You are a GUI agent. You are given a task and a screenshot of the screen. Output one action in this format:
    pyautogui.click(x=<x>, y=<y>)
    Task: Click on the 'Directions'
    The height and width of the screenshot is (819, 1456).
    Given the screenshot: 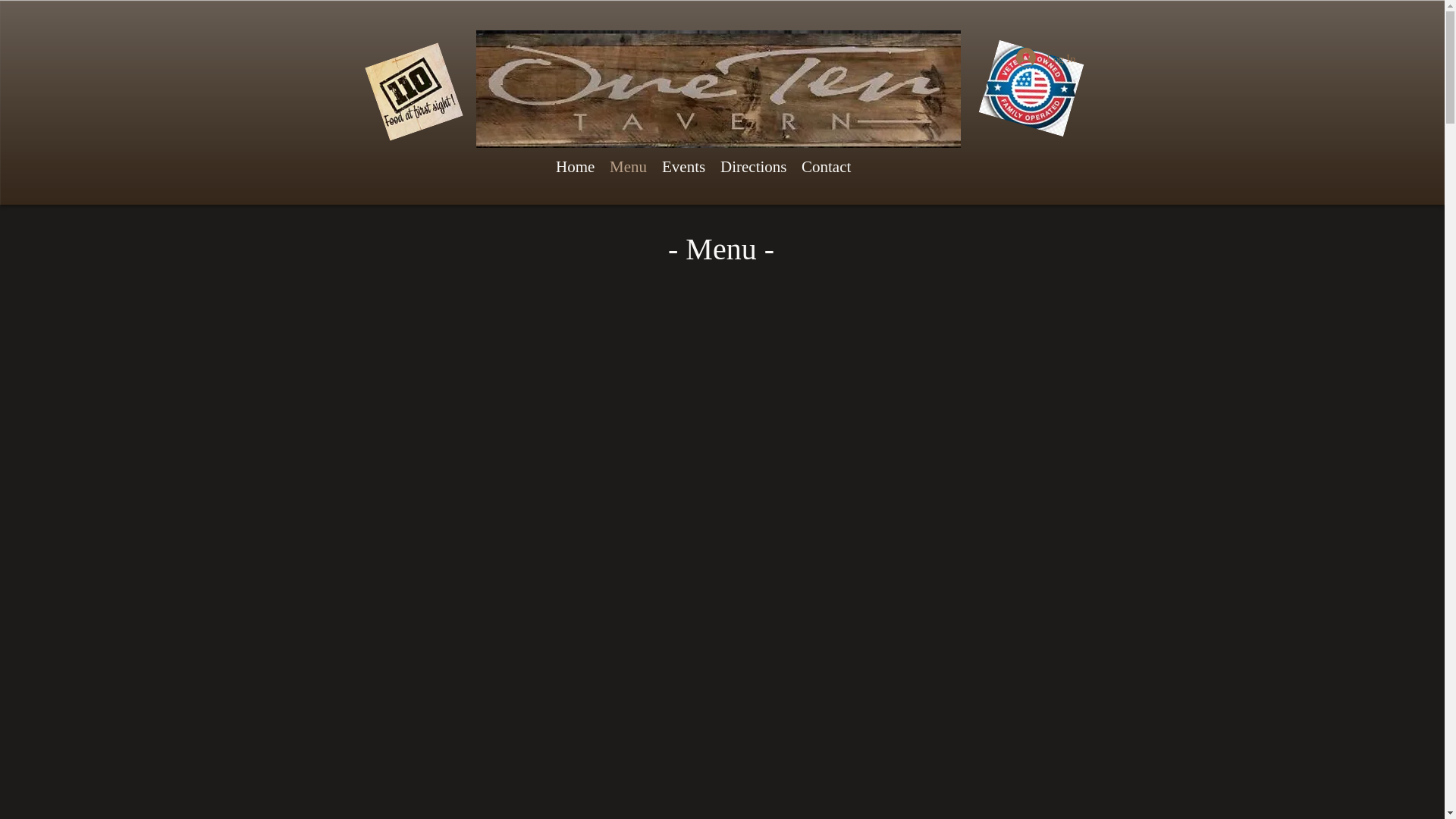 What is the action you would take?
    pyautogui.click(x=753, y=166)
    